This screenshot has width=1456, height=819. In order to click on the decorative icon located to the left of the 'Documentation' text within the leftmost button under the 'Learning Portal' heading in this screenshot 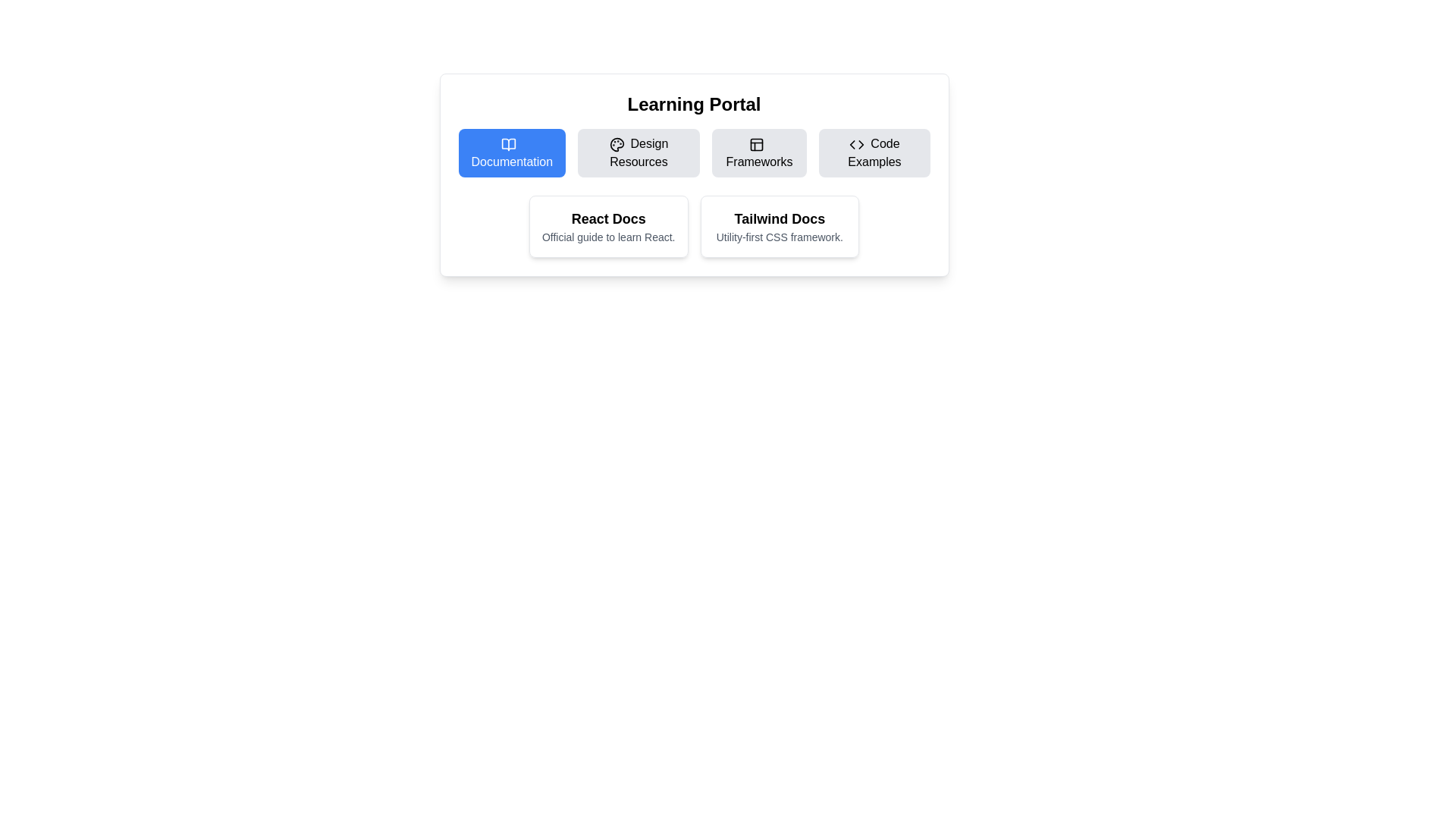, I will do `click(509, 144)`.